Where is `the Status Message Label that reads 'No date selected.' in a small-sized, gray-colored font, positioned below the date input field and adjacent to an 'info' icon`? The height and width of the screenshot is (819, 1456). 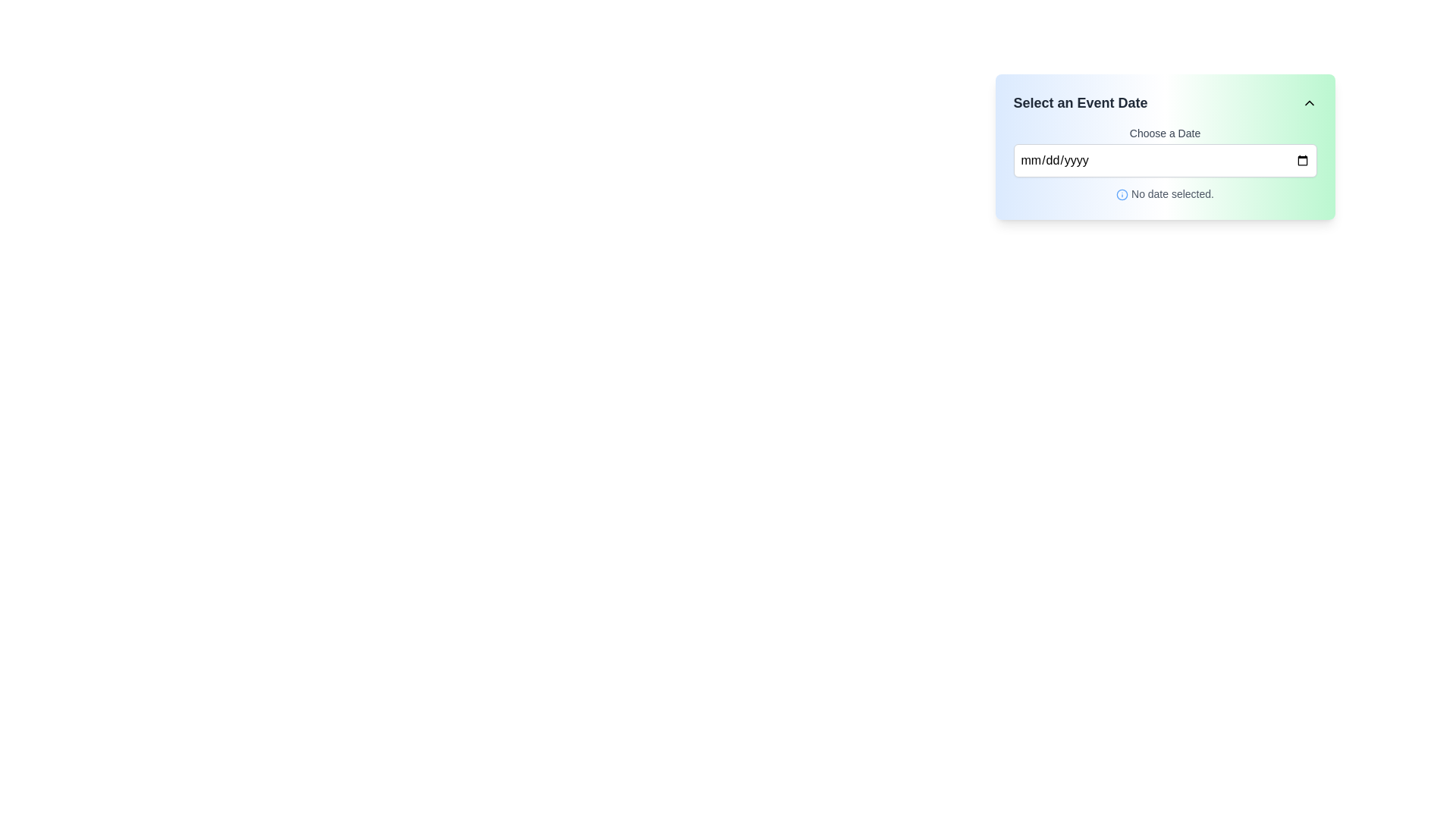 the Status Message Label that reads 'No date selected.' in a small-sized, gray-colored font, positioned below the date input field and adjacent to an 'info' icon is located at coordinates (1172, 193).